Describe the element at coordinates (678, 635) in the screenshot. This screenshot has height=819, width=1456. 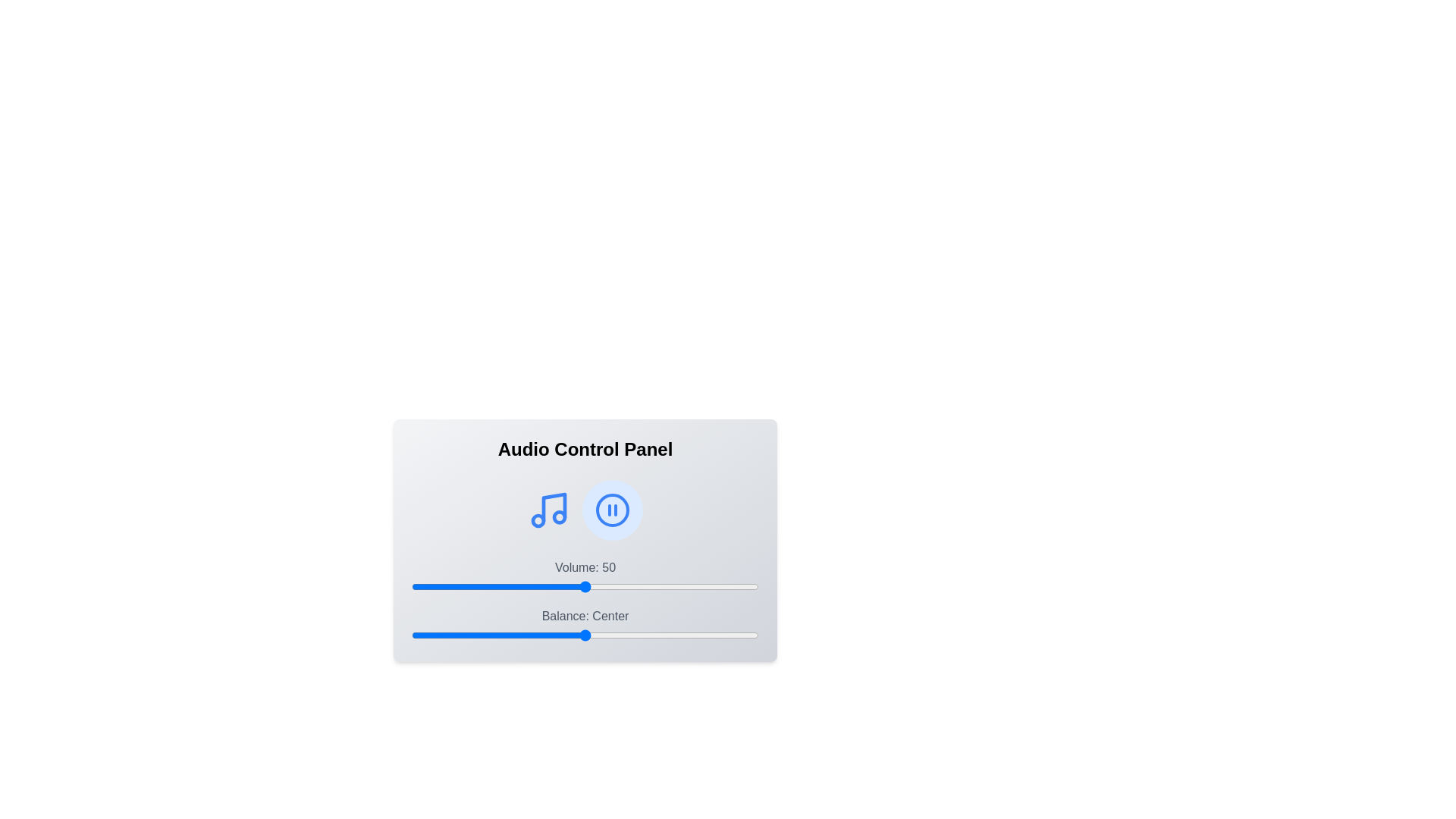
I see `the balance` at that location.